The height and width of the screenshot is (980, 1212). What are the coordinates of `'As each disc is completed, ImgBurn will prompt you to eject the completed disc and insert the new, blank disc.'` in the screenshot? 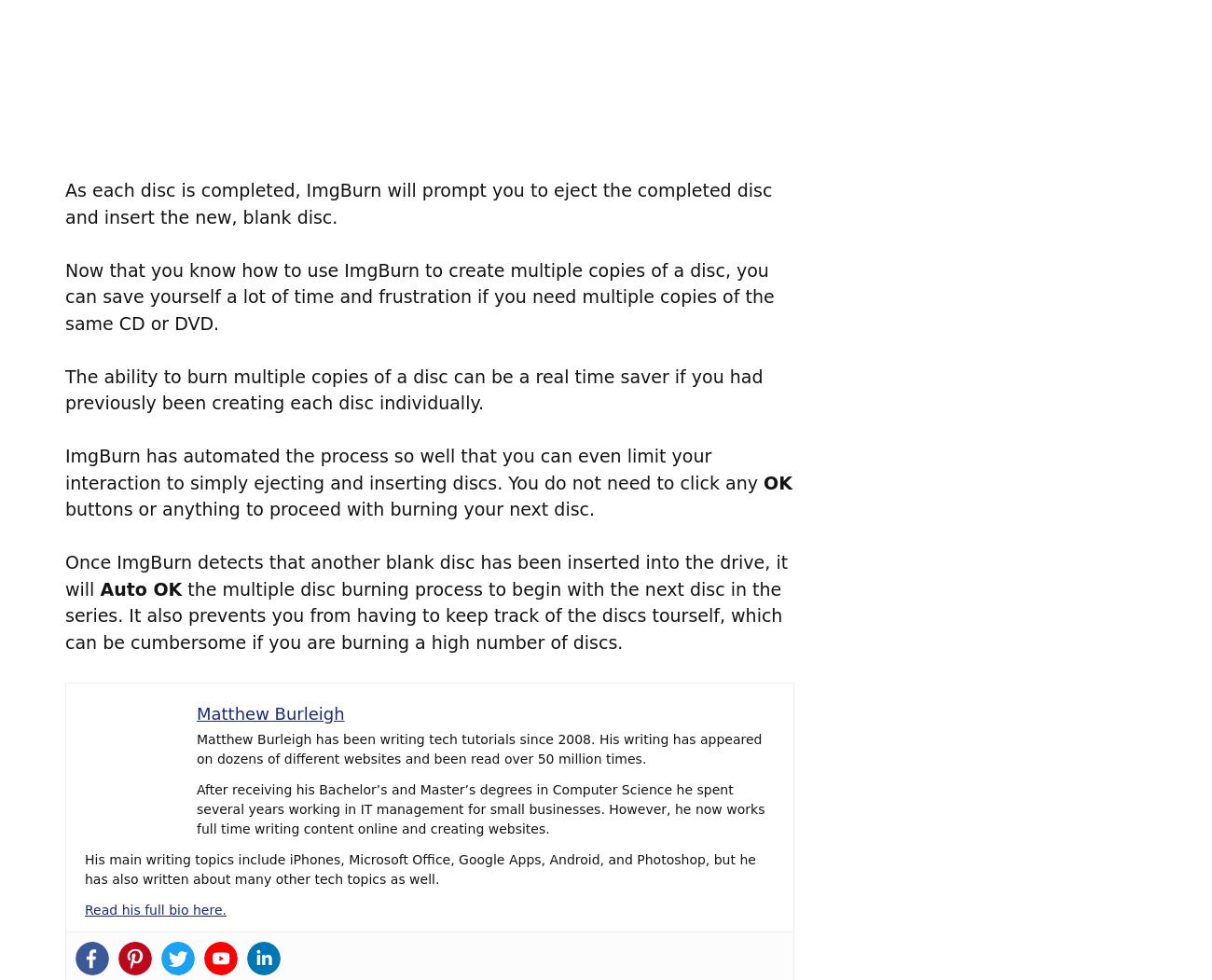 It's located at (418, 201).